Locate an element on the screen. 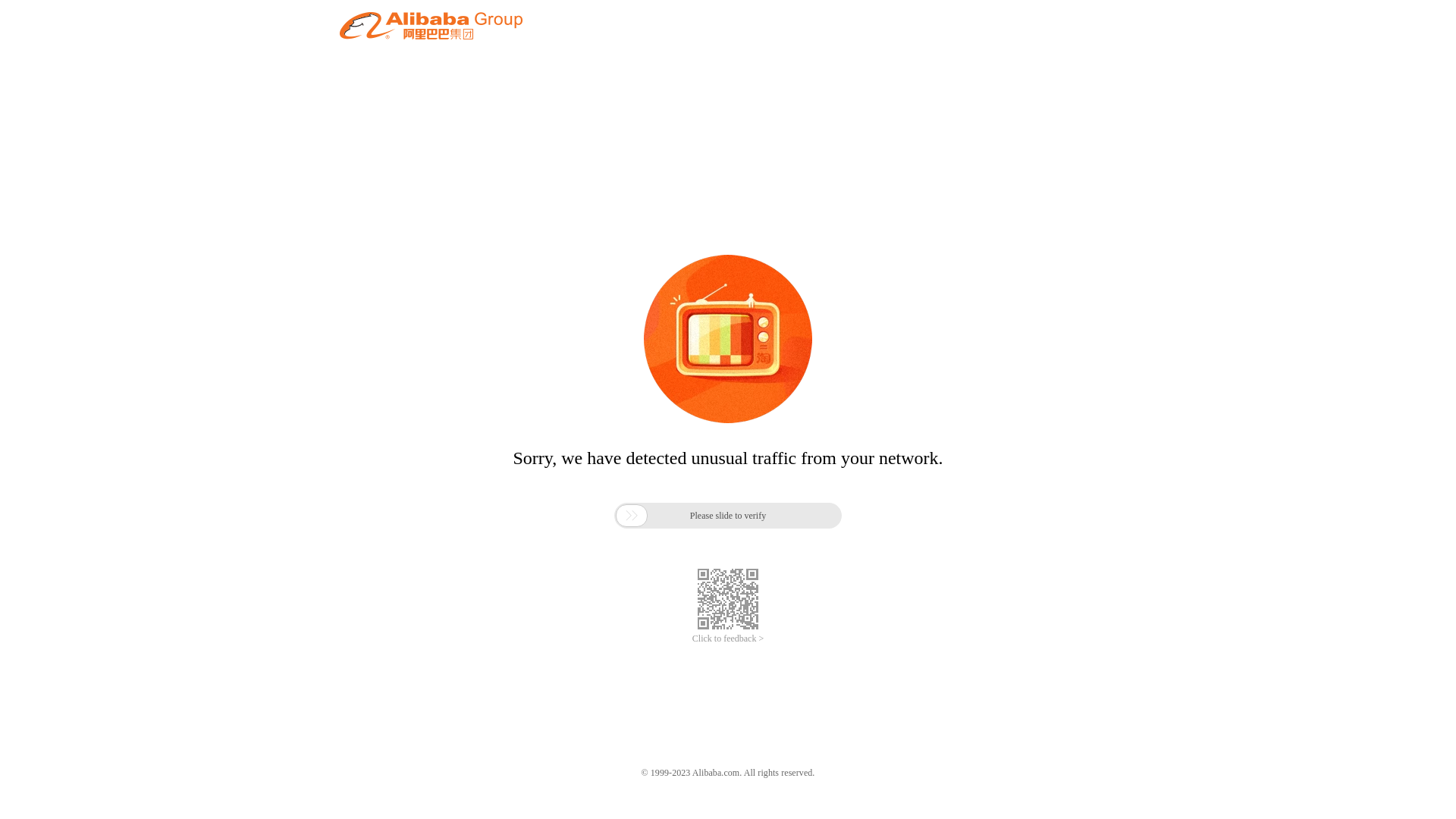  'Click to feedback >' is located at coordinates (728, 639).